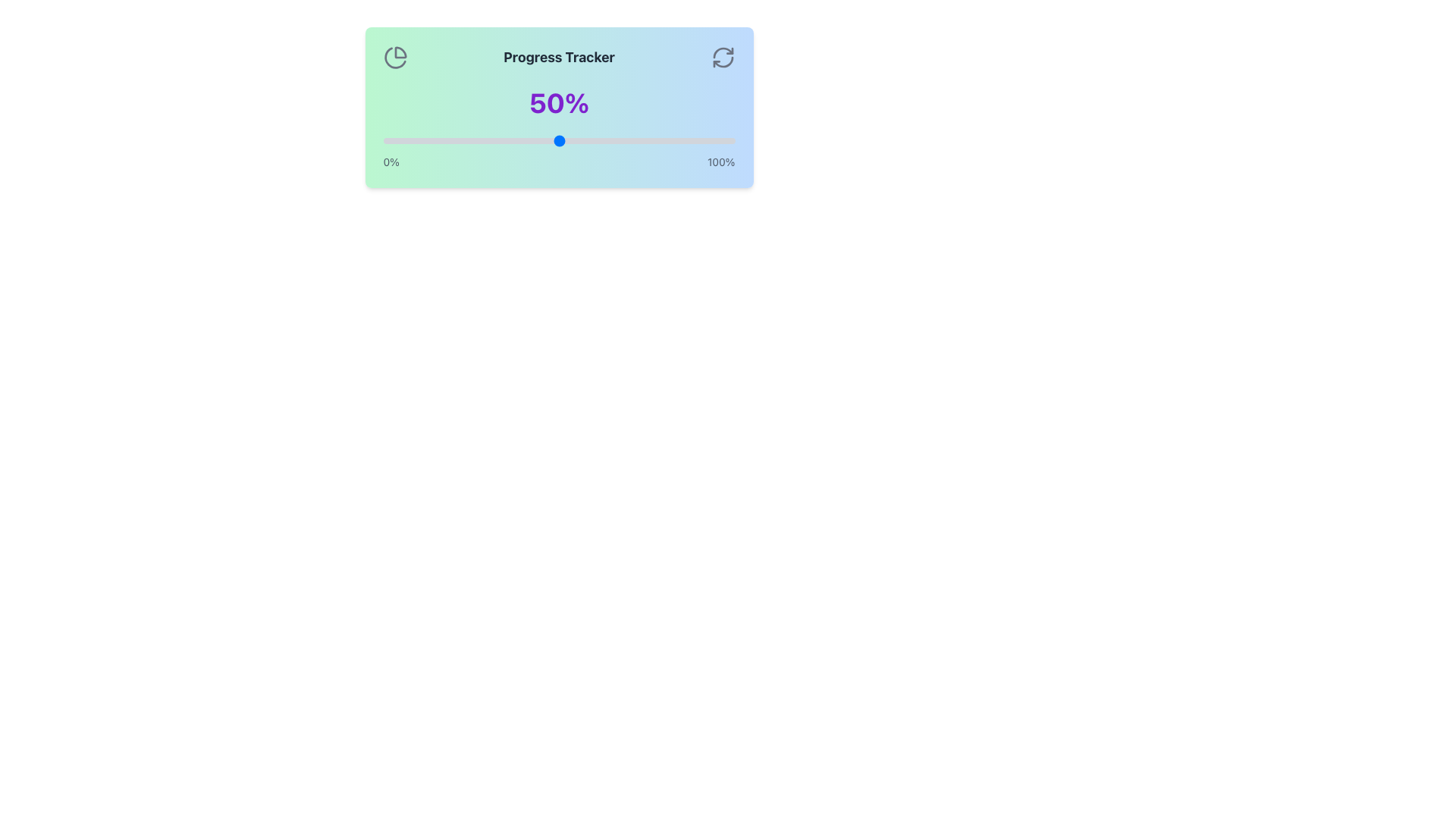  What do you see at coordinates (558, 57) in the screenshot?
I see `the text label that serves as a header for the card, indicating progress tracking, positioned centrally at the upper section of the card interface` at bounding box center [558, 57].